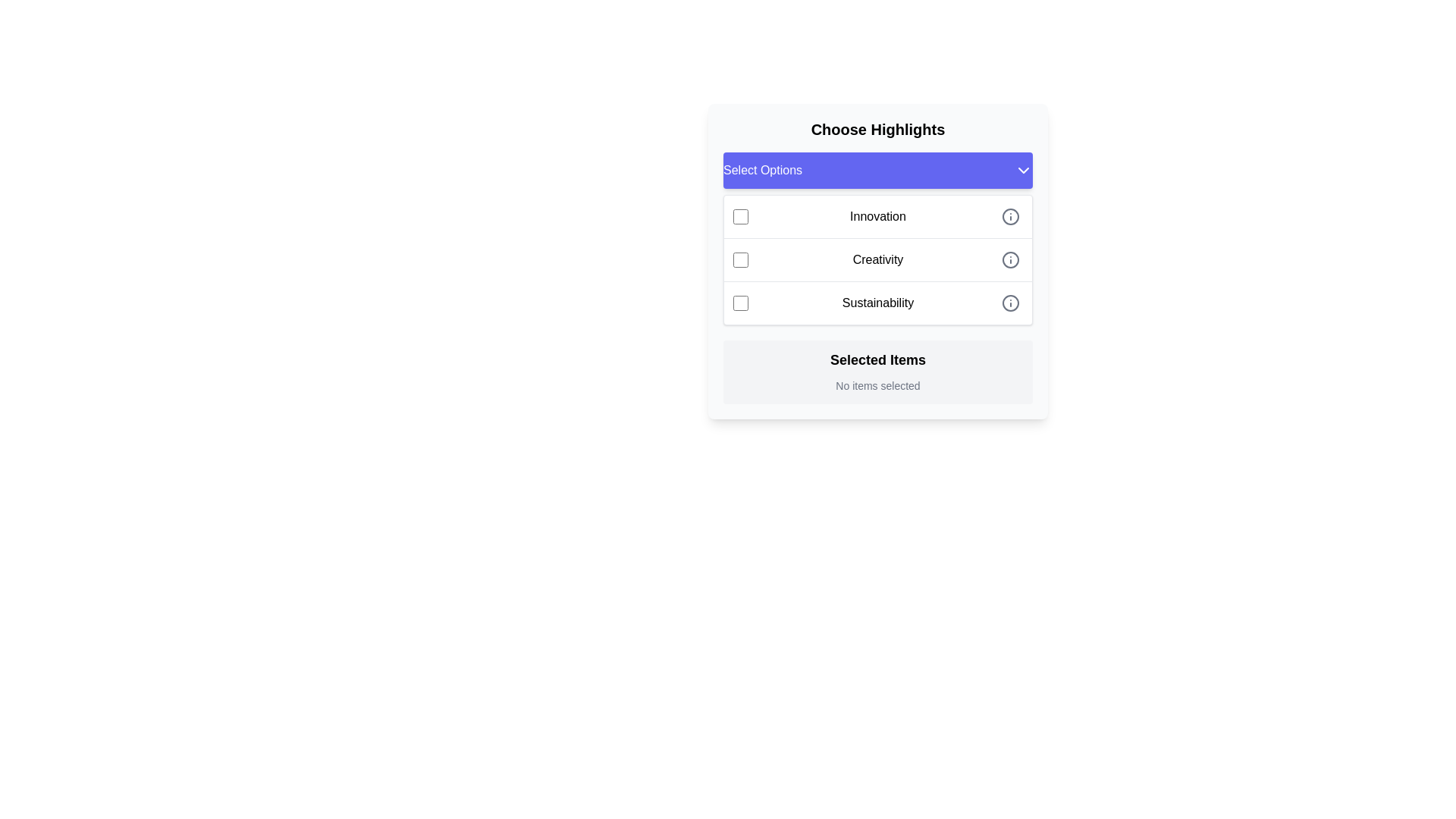 The width and height of the screenshot is (1456, 819). What do you see at coordinates (877, 259) in the screenshot?
I see `tab navigation` at bounding box center [877, 259].